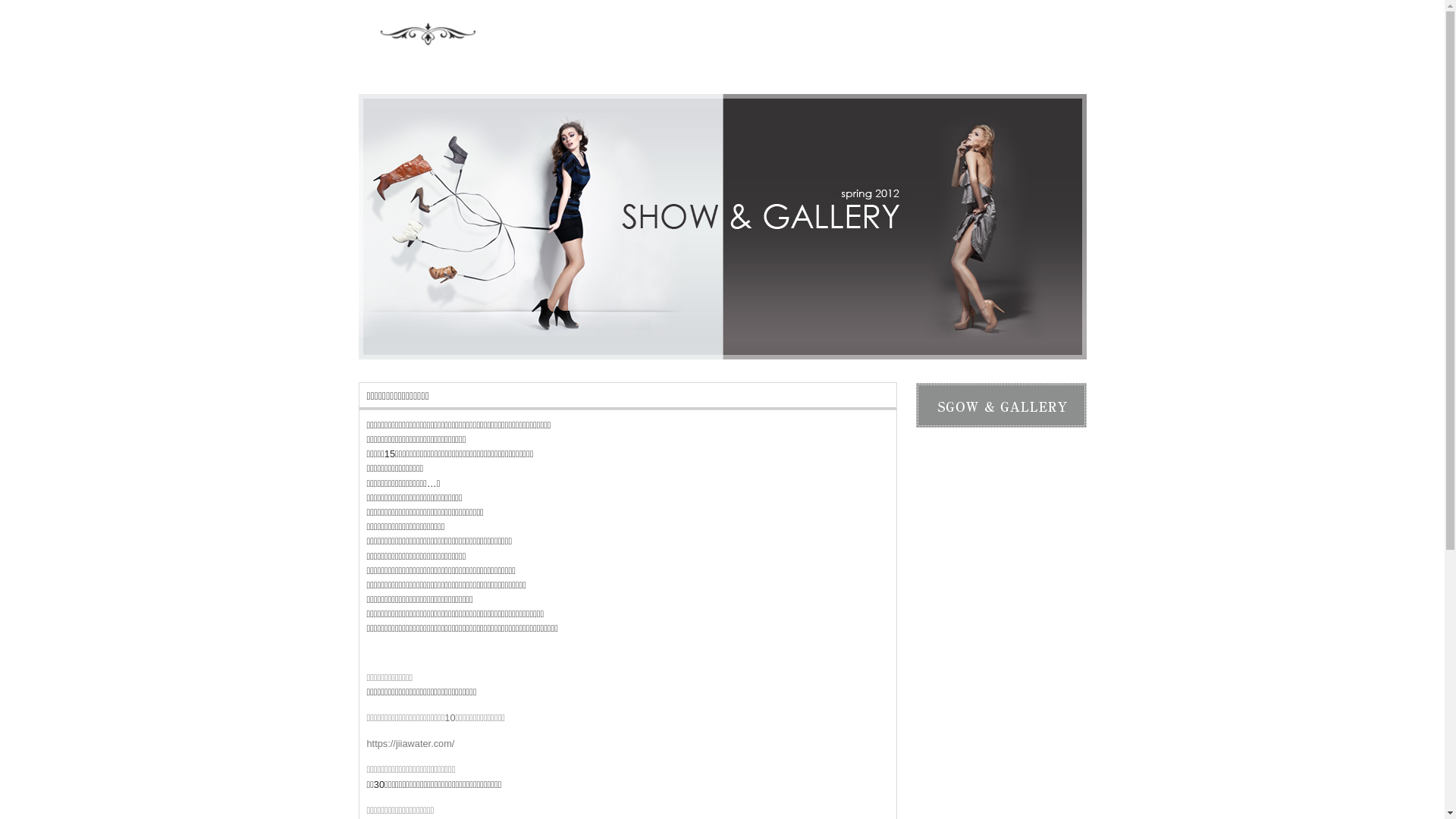  Describe the element at coordinates (367, 742) in the screenshot. I see `'https://jiiawater.com/'` at that location.